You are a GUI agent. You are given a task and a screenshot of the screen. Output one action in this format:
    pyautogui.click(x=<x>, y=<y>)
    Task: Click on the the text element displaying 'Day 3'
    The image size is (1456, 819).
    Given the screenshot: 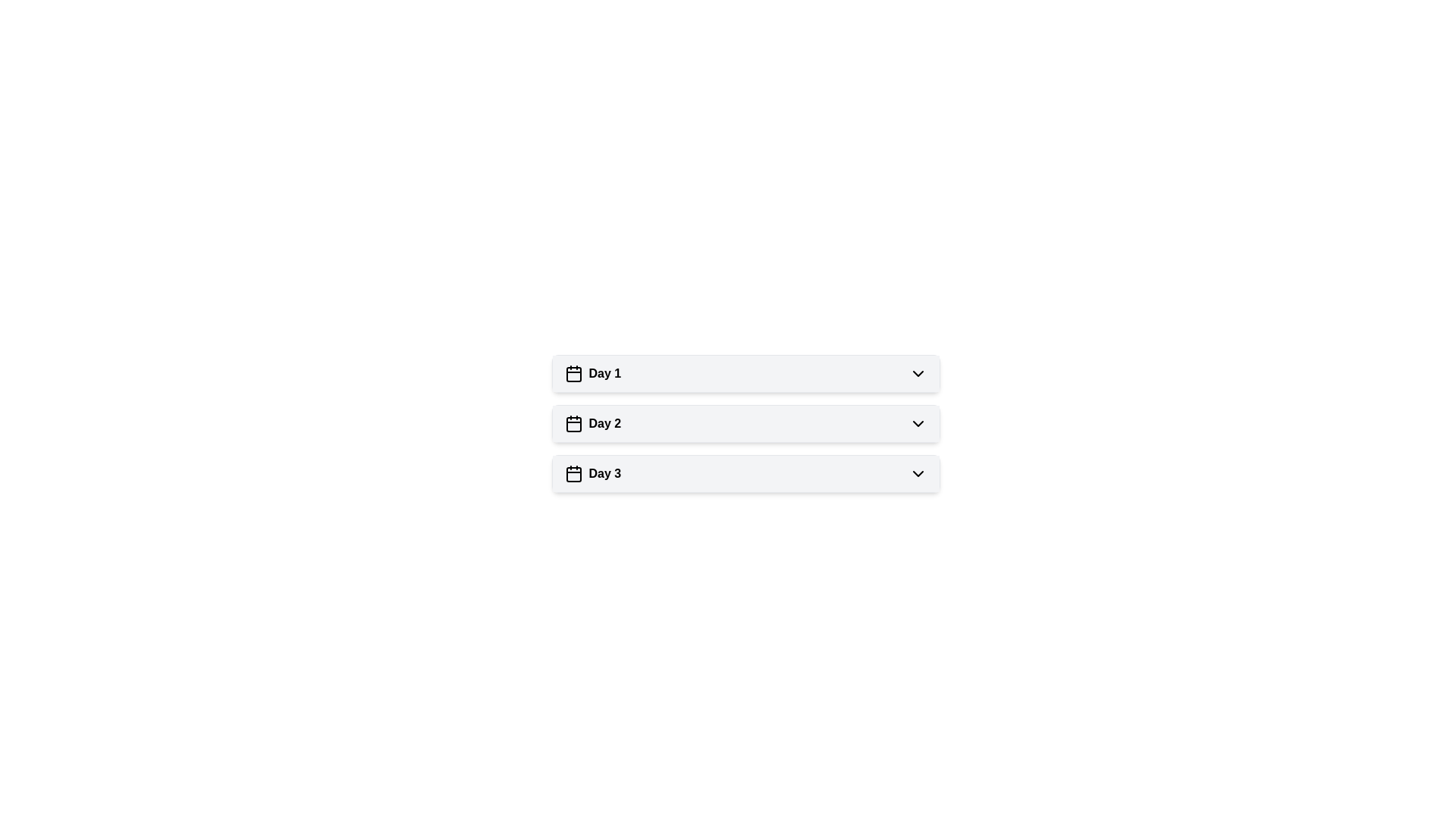 What is the action you would take?
    pyautogui.click(x=591, y=472)
    